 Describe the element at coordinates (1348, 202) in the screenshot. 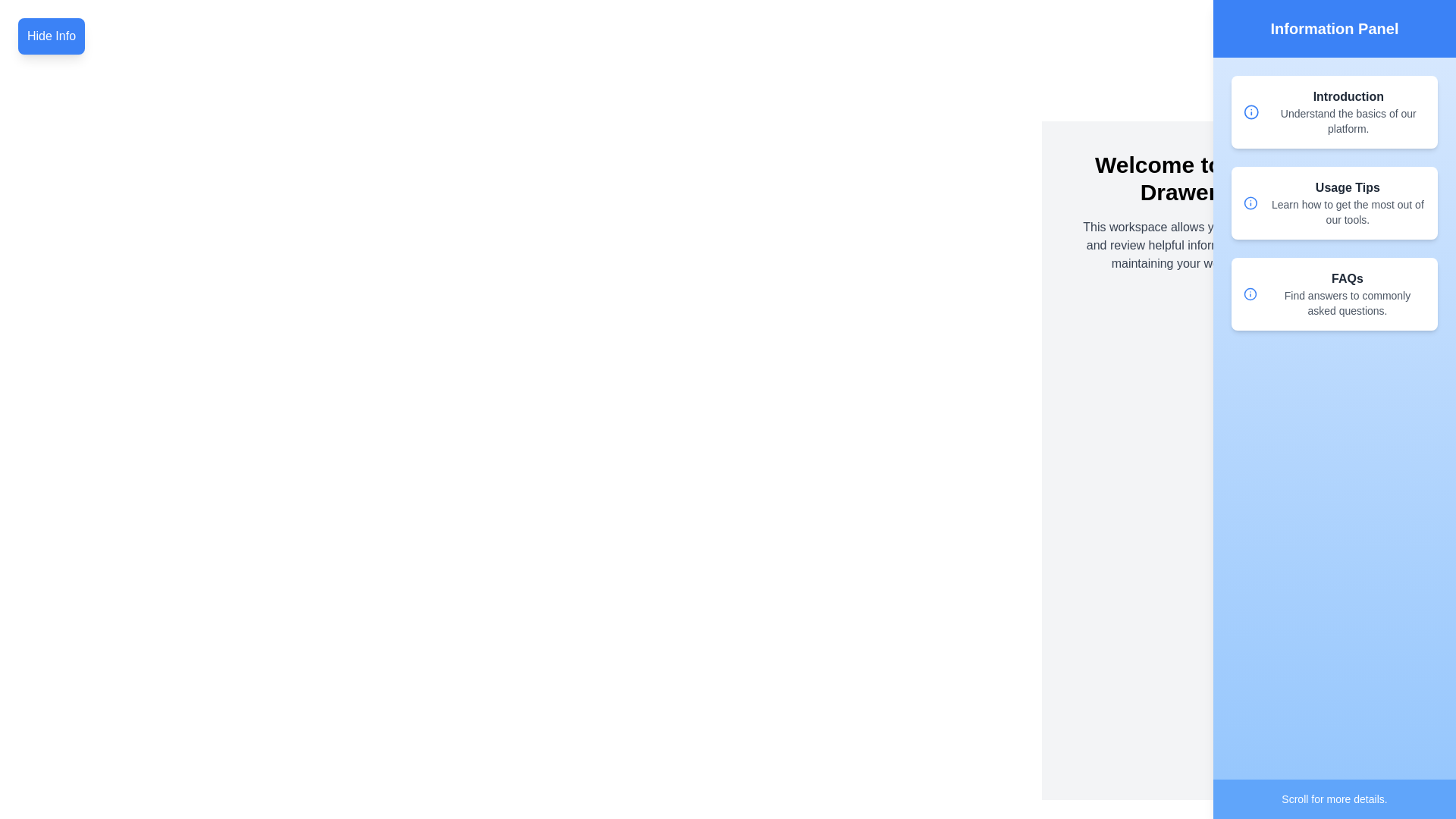

I see `informational text block titled 'Usage Tips' which contains the description 'Learn how to get the most out of our tools.'` at that location.